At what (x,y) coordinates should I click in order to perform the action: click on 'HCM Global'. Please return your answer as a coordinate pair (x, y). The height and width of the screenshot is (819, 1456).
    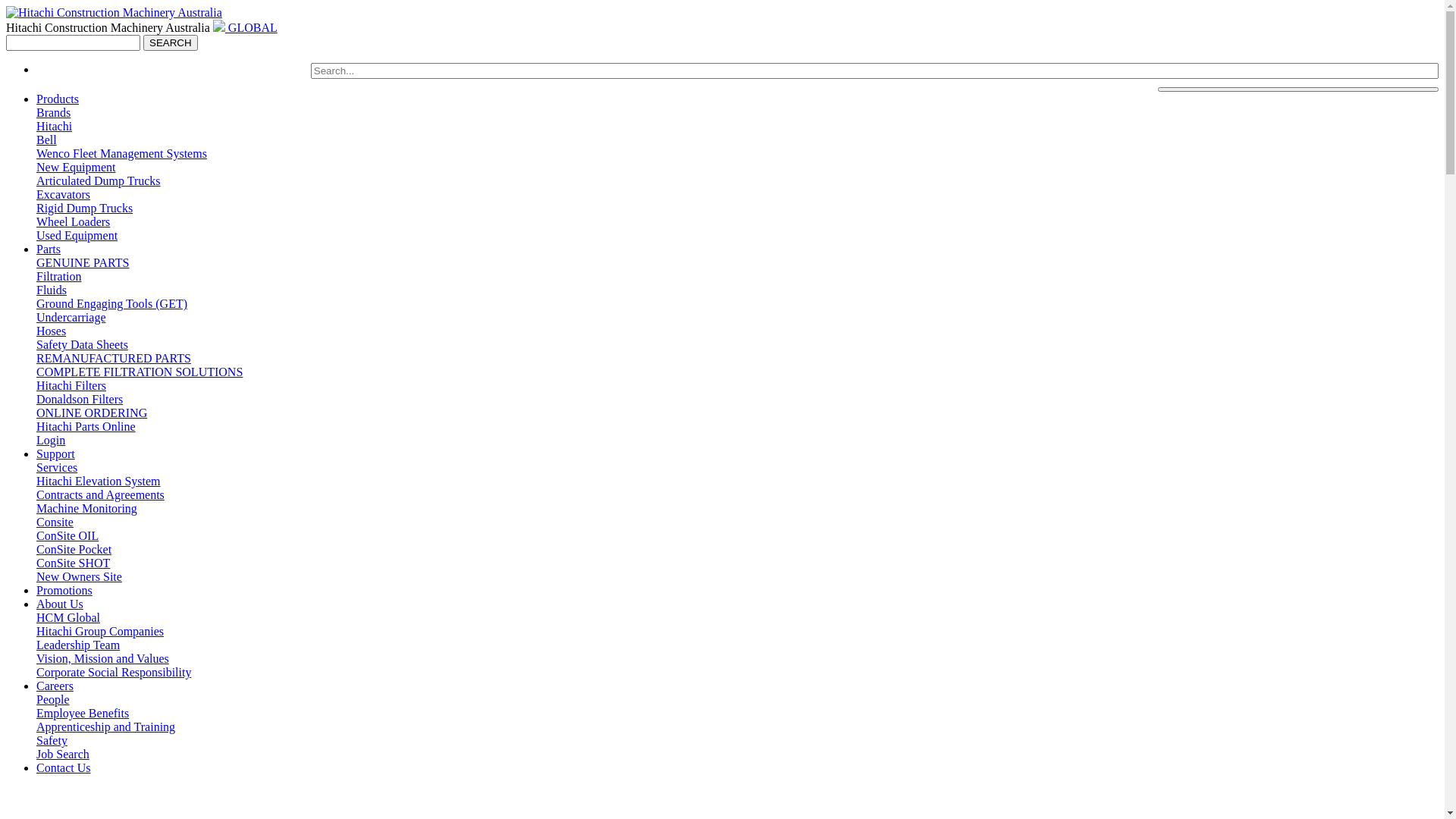
    Looking at the image, I should click on (67, 617).